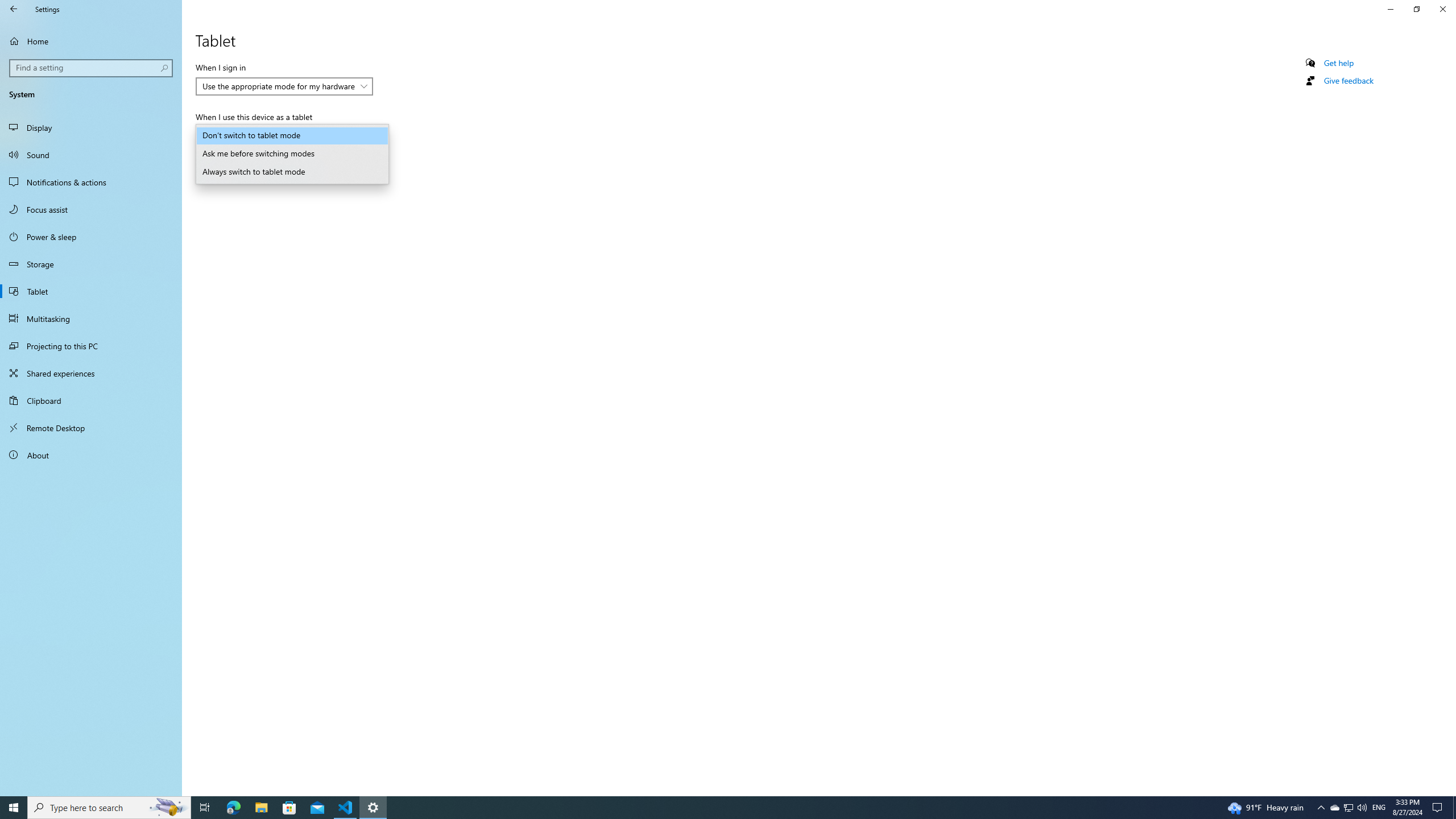 This screenshot has height=819, width=1456. I want to click on 'Storage', so click(90, 263).